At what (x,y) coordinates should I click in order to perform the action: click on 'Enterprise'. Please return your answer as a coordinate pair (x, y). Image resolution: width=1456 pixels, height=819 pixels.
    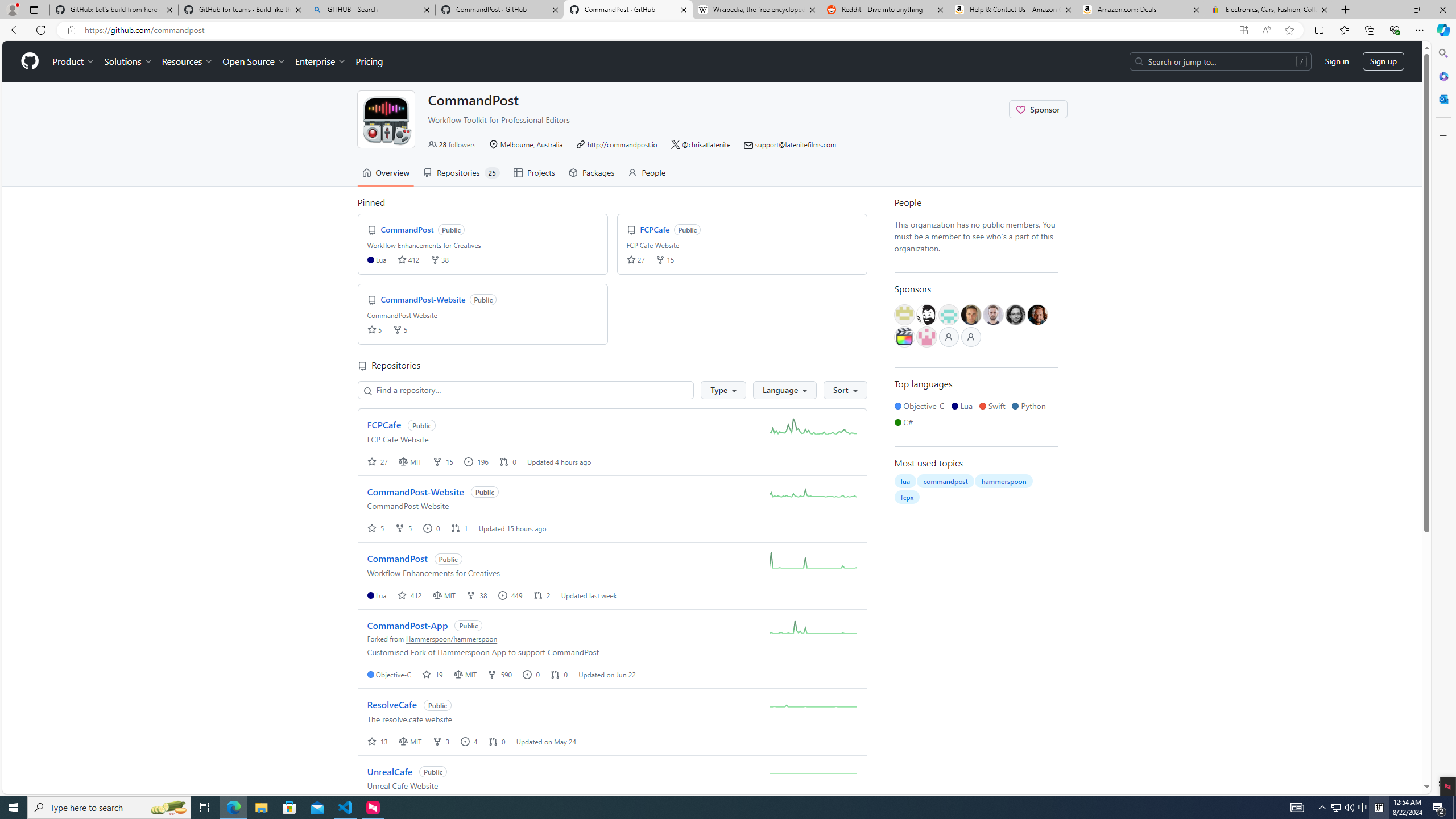
    Looking at the image, I should click on (320, 61).